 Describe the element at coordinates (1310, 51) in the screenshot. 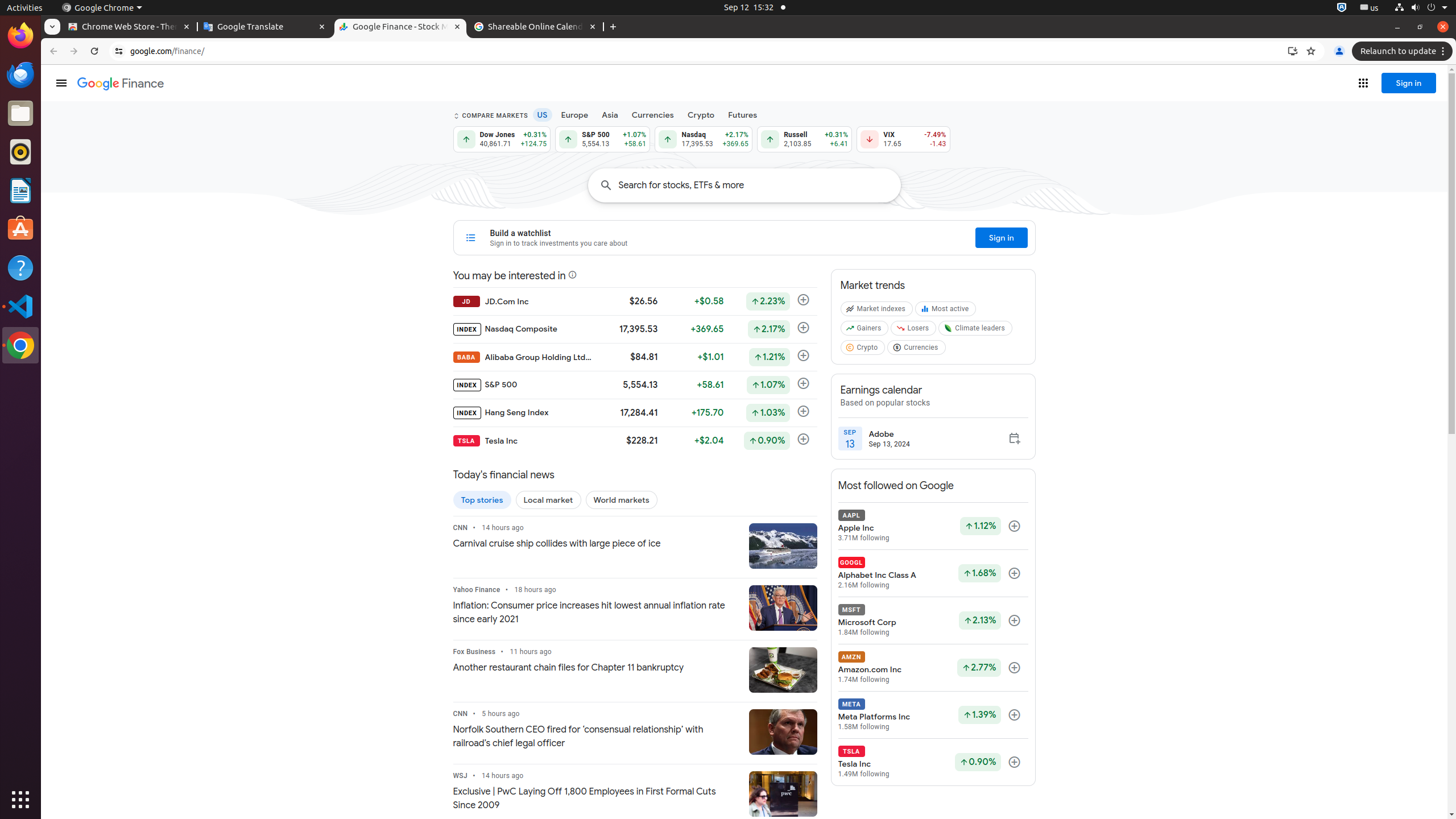

I see `'Bookmark this tab'` at that location.